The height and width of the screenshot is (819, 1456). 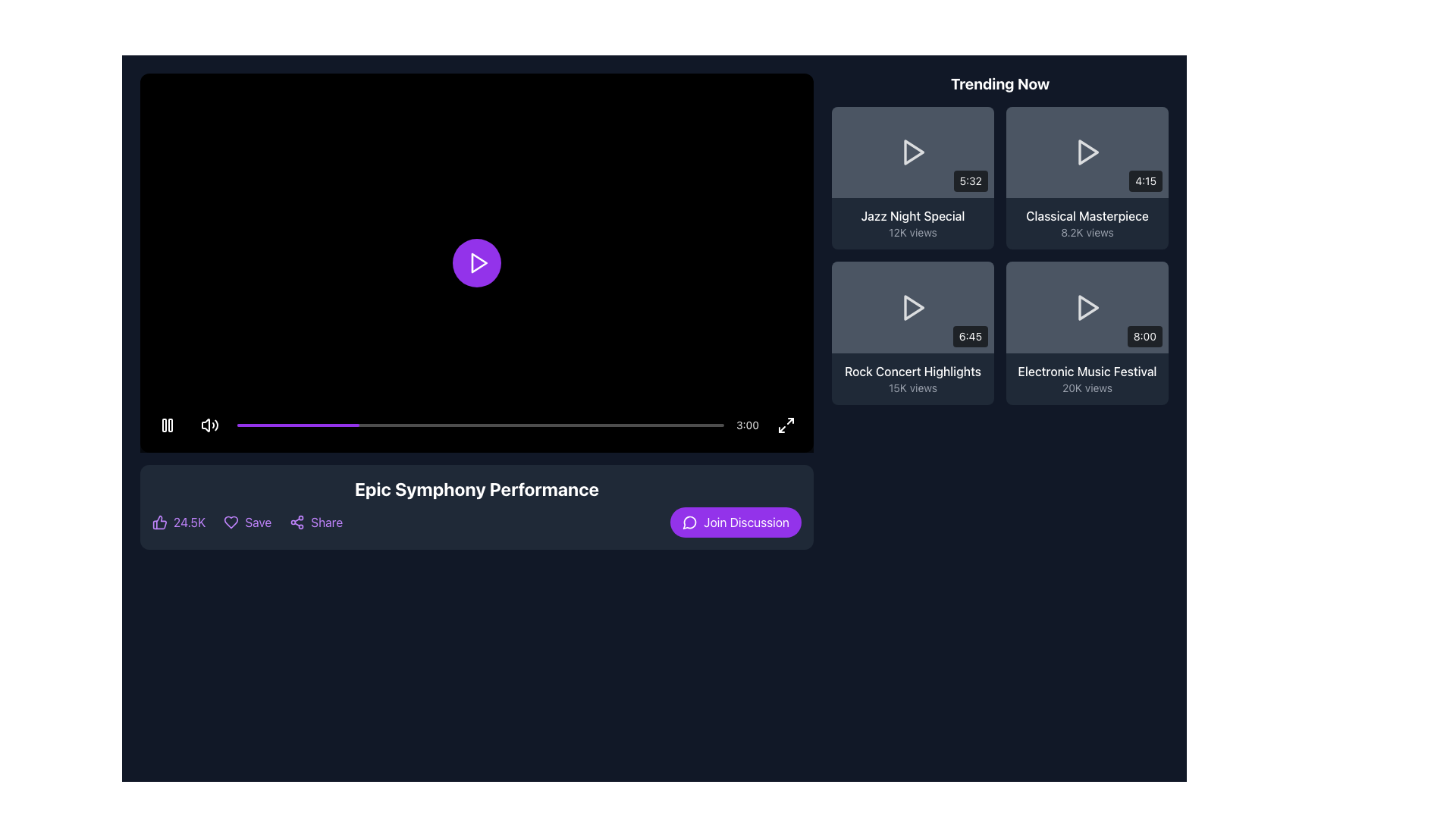 What do you see at coordinates (912, 216) in the screenshot?
I see `the text label displaying 'Jazz Night Special' in the top-right section of the interface to interact with the associated video` at bounding box center [912, 216].